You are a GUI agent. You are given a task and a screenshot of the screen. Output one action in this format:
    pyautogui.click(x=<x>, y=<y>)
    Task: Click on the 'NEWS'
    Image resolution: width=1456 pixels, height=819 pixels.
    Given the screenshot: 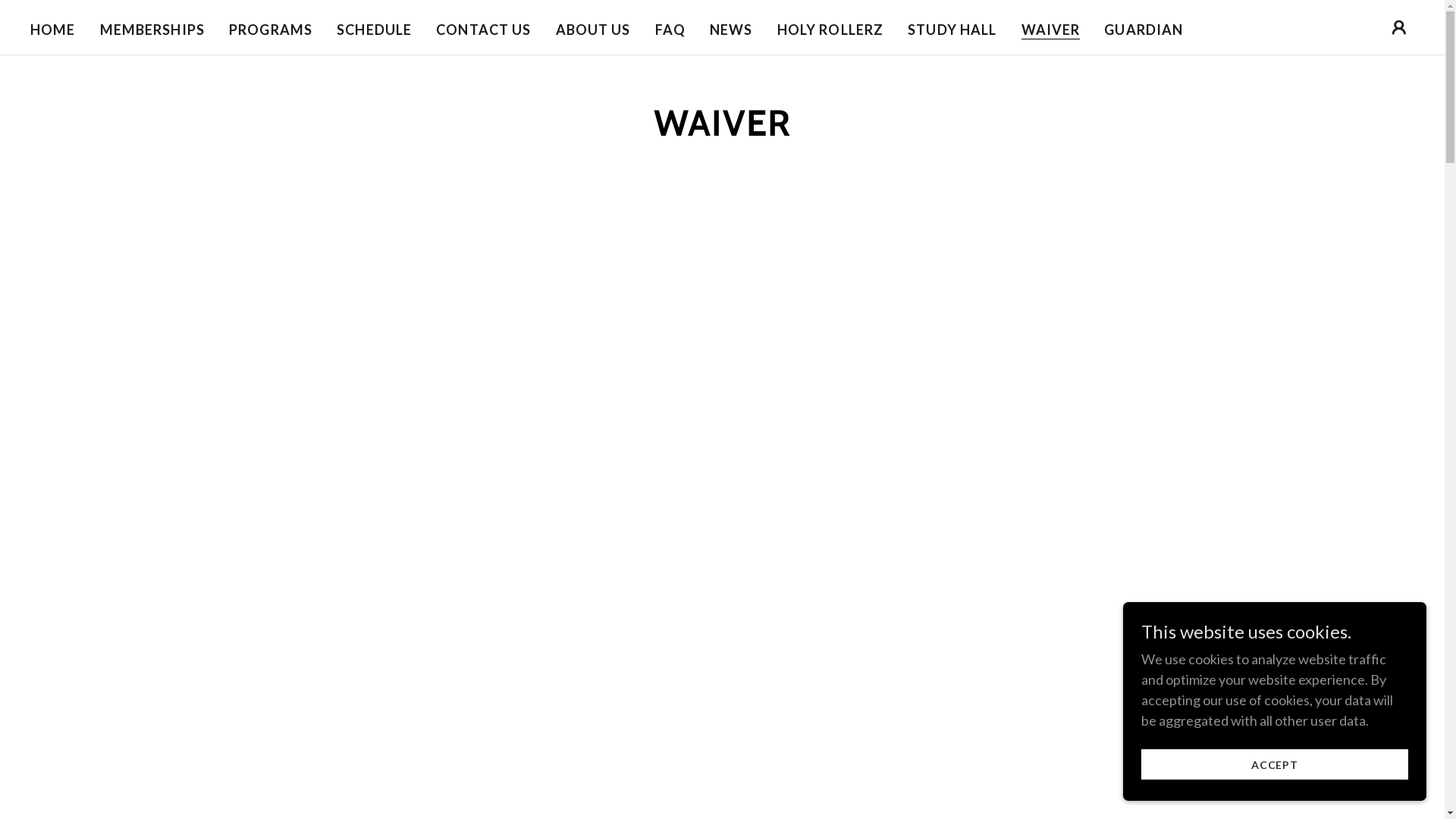 What is the action you would take?
    pyautogui.click(x=704, y=29)
    